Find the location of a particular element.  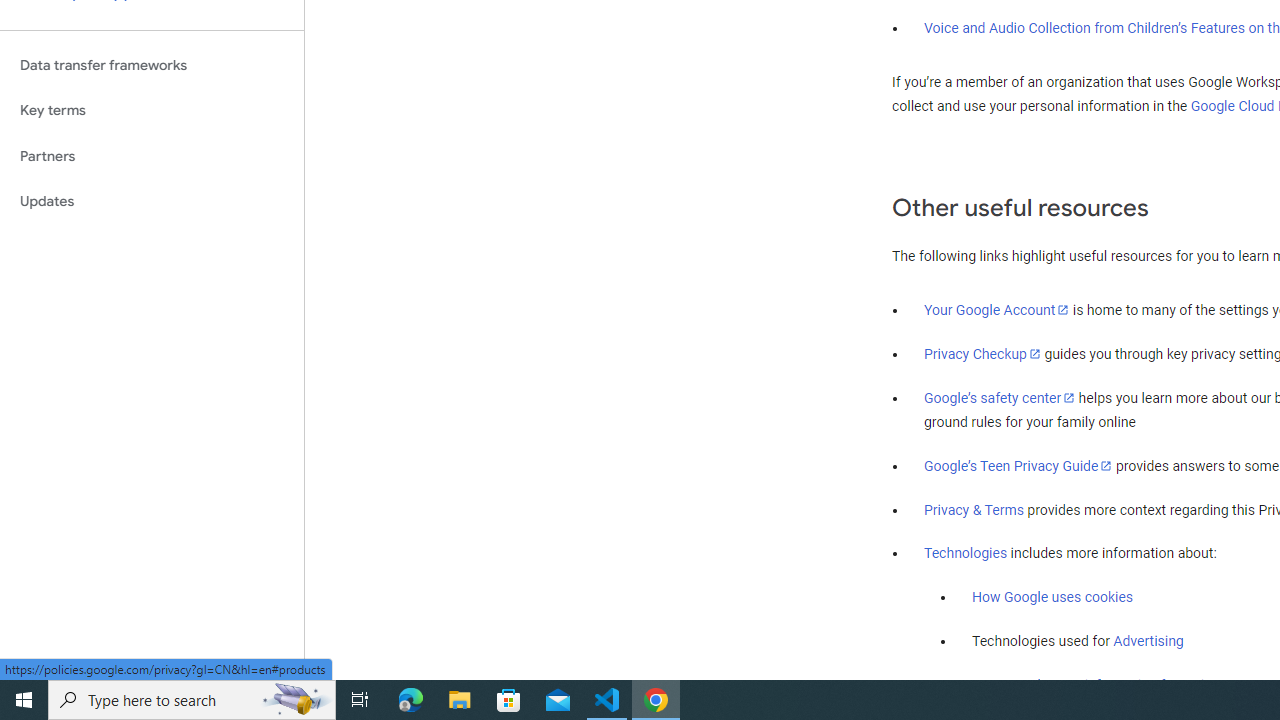

'Data transfer frameworks' is located at coordinates (151, 64).